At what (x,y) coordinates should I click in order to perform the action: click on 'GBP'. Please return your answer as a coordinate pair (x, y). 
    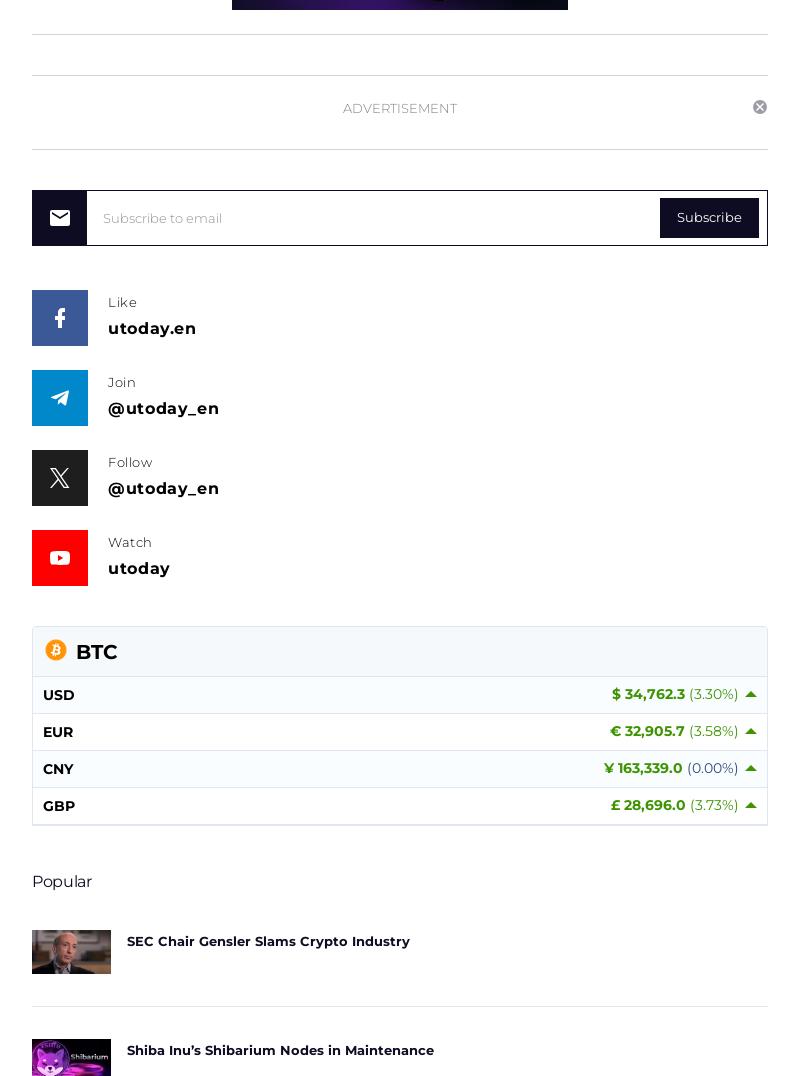
    Looking at the image, I should click on (41, 804).